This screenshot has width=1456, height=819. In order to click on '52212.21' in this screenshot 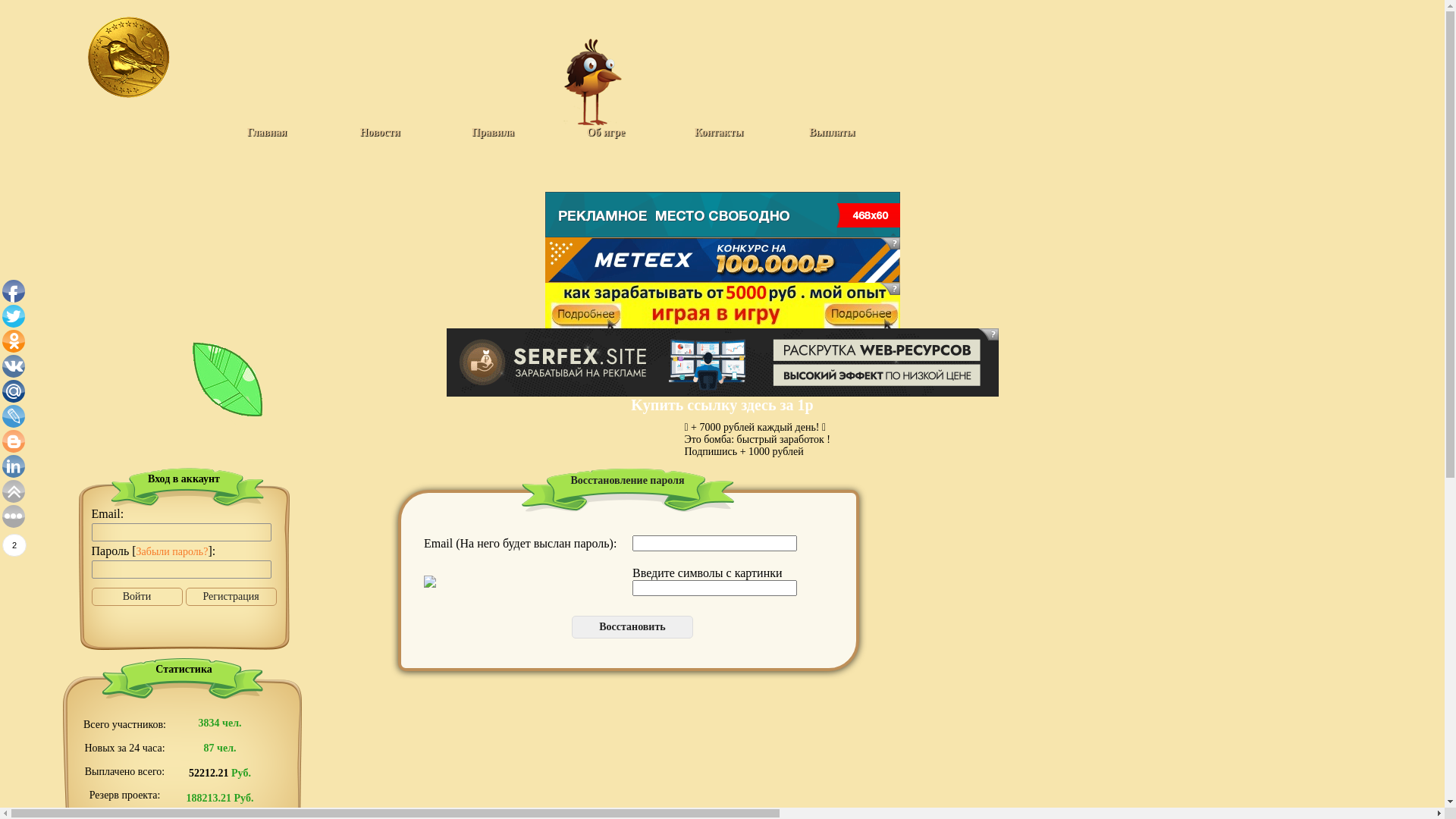, I will do `click(208, 773)`.